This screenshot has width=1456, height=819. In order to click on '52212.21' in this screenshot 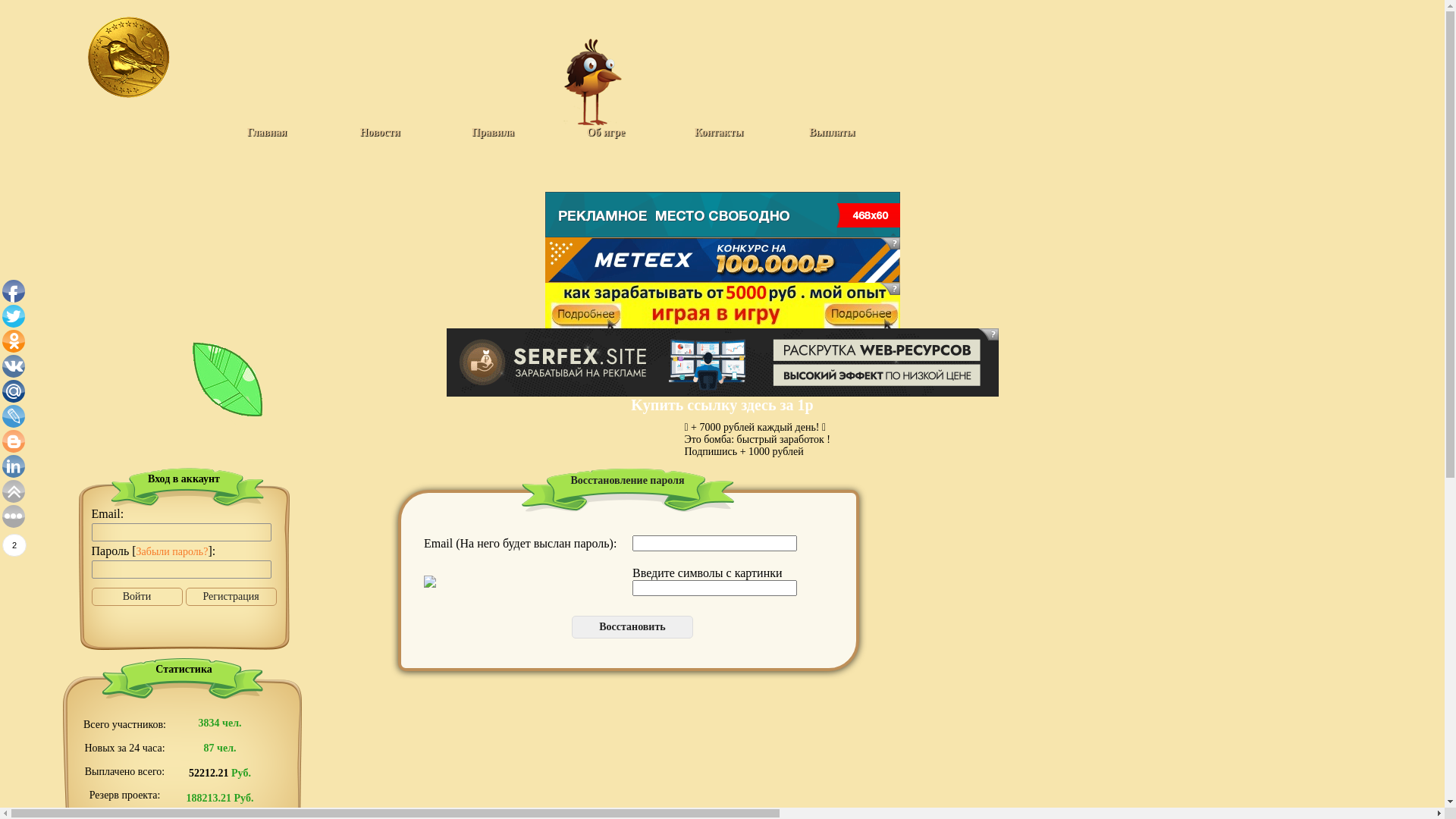, I will do `click(208, 773)`.